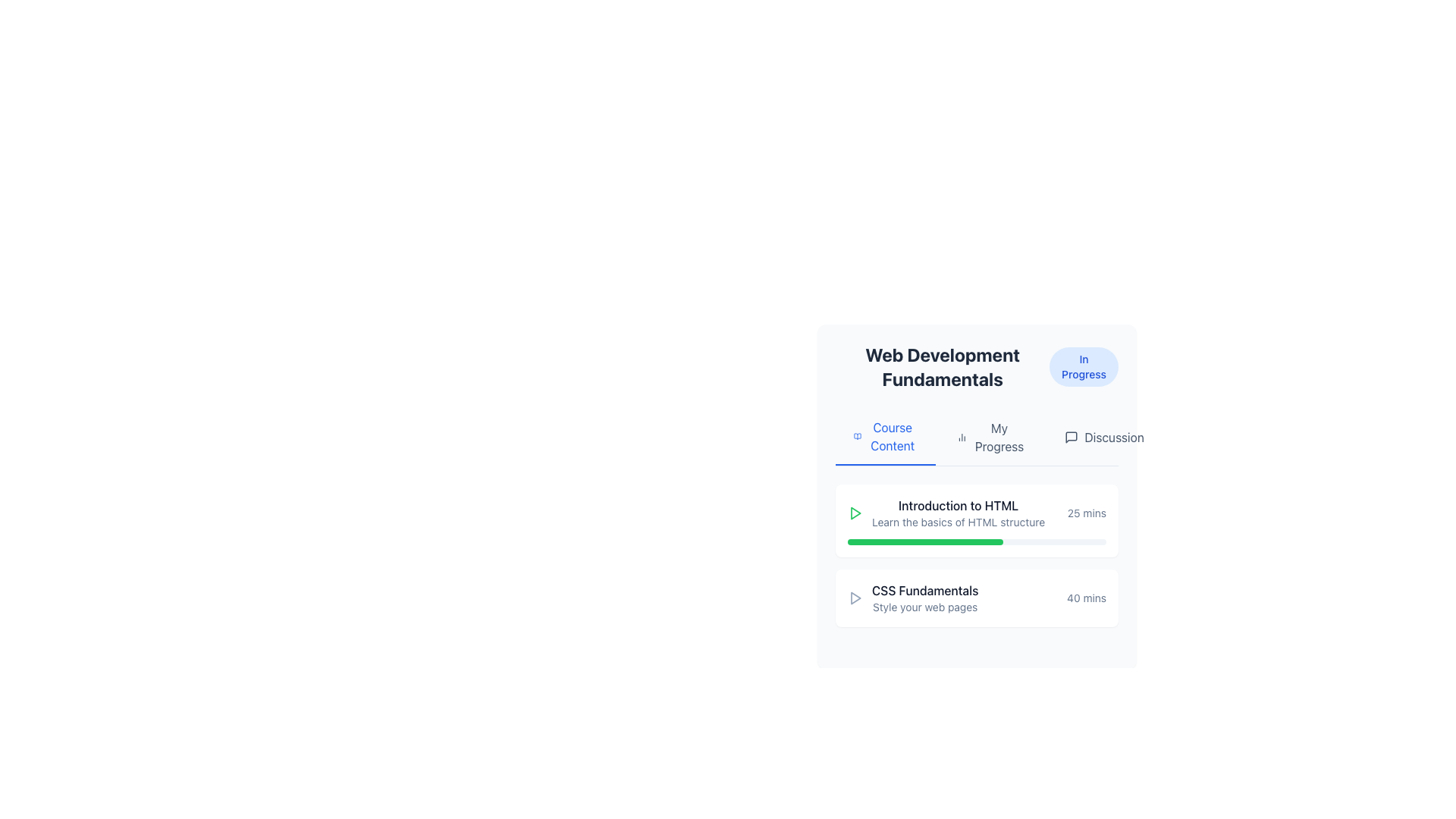 The image size is (1456, 819). I want to click on the bar chart icon located to the left of the 'My Progress' text in the top navigation bar, so click(961, 438).